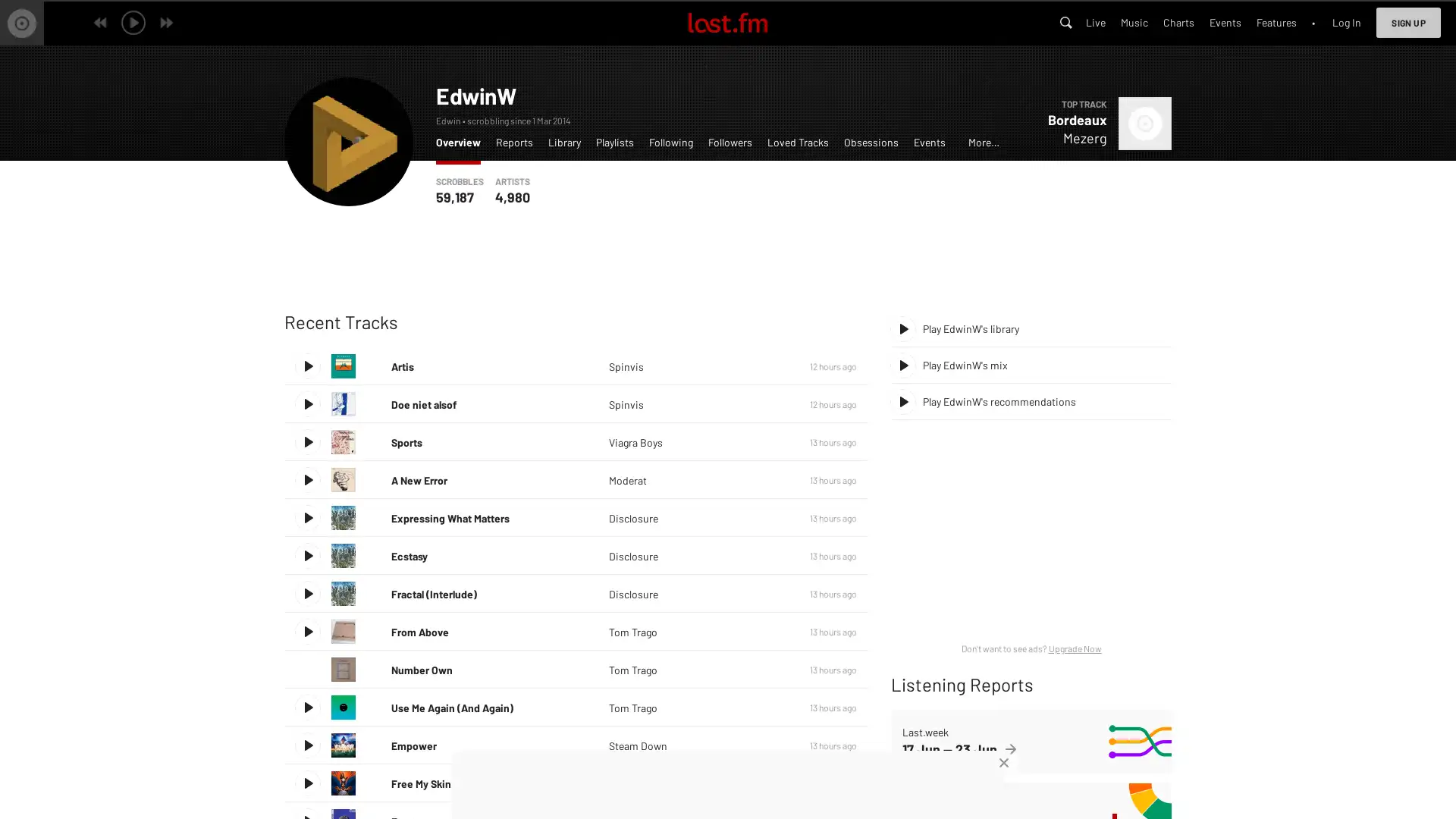  What do you see at coordinates (764, 783) in the screenshot?
I see `Buy` at bounding box center [764, 783].